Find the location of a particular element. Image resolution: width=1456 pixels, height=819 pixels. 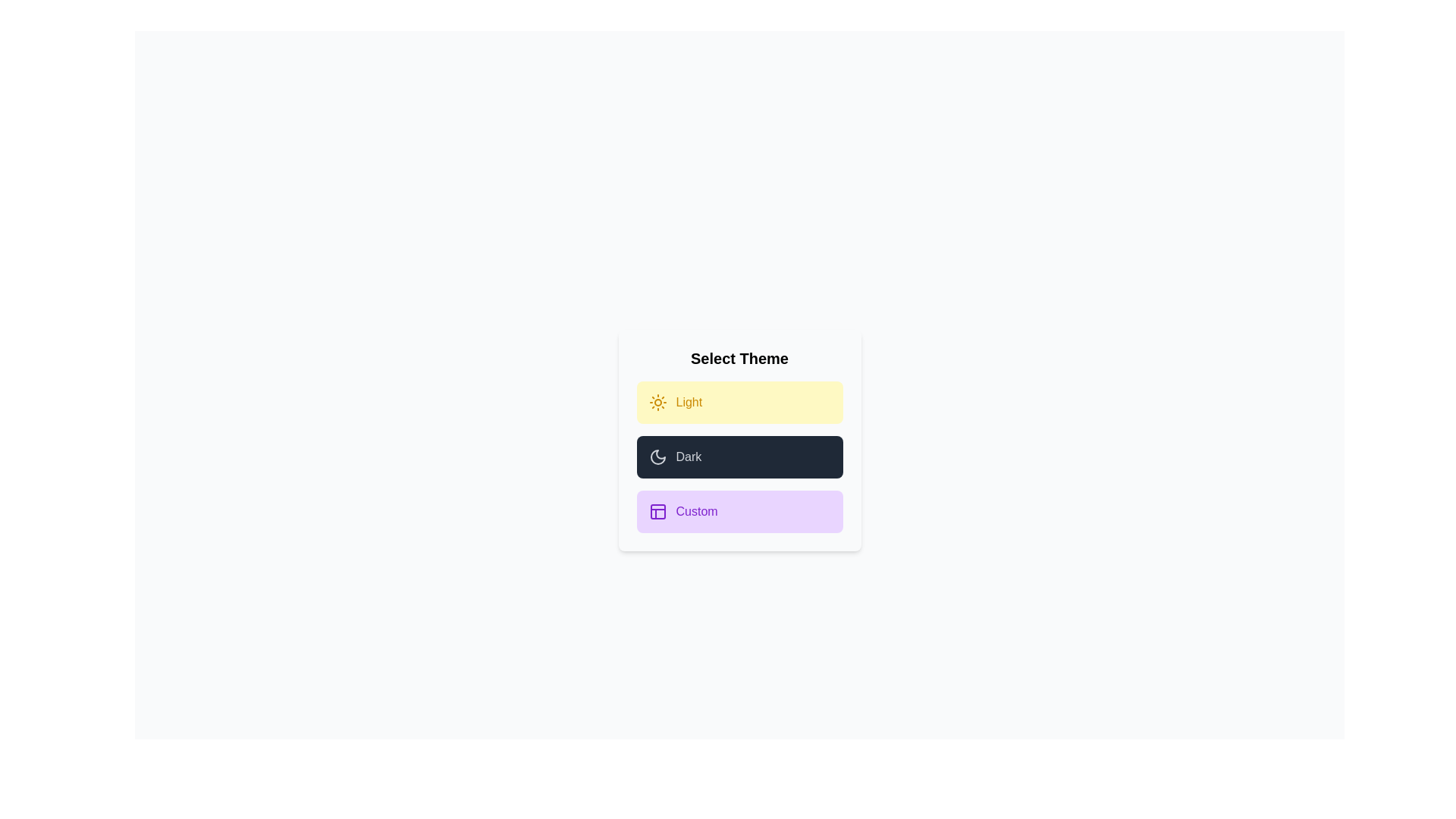

the 'Custom' icon that visually represents the 'Custom' option for selecting a theme or layout, located within the rectangular button labeled 'Custom.' is located at coordinates (657, 512).